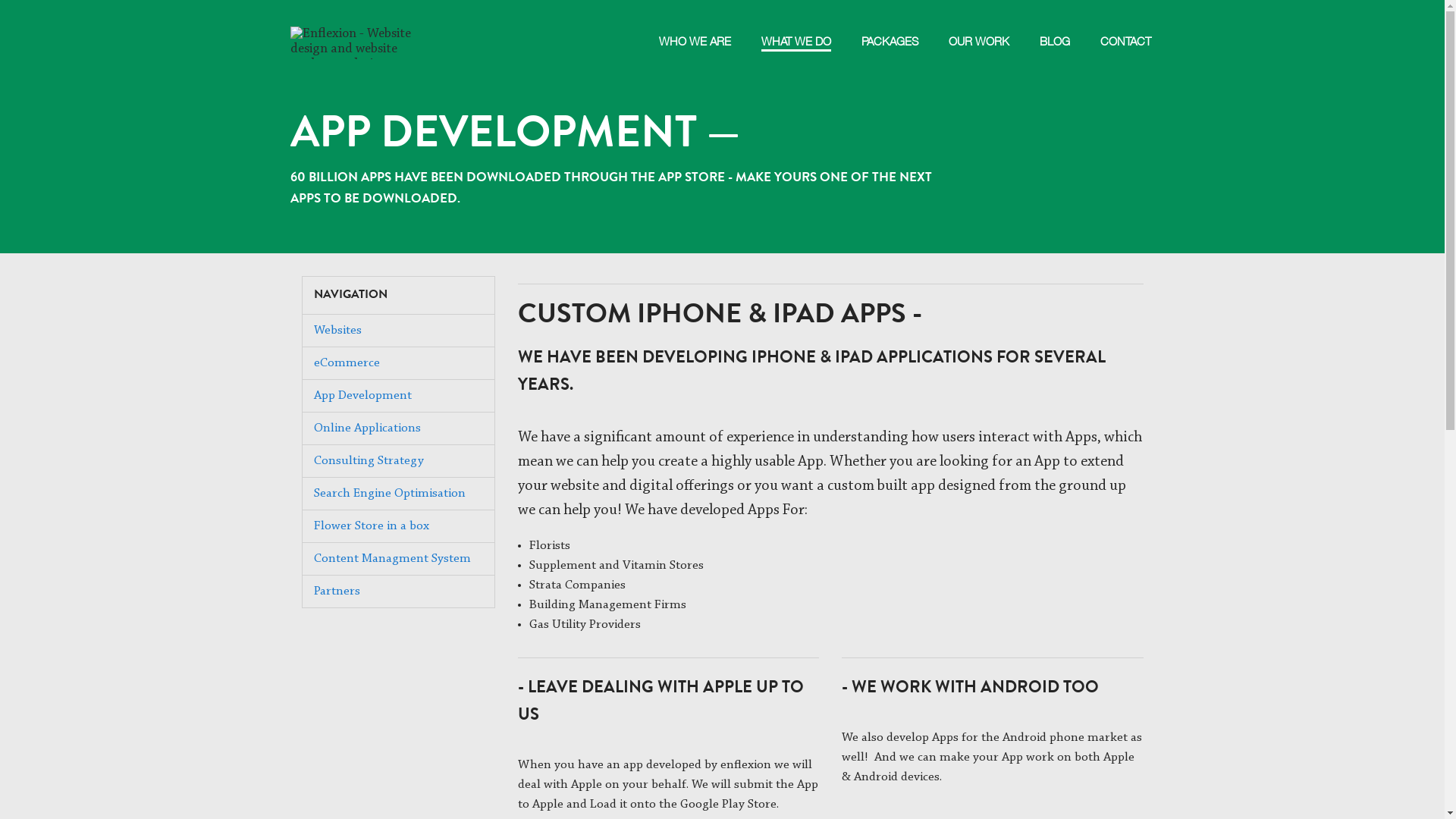 The image size is (1456, 819). Describe the element at coordinates (389, 493) in the screenshot. I see `'Search Engine Optimisation'` at that location.